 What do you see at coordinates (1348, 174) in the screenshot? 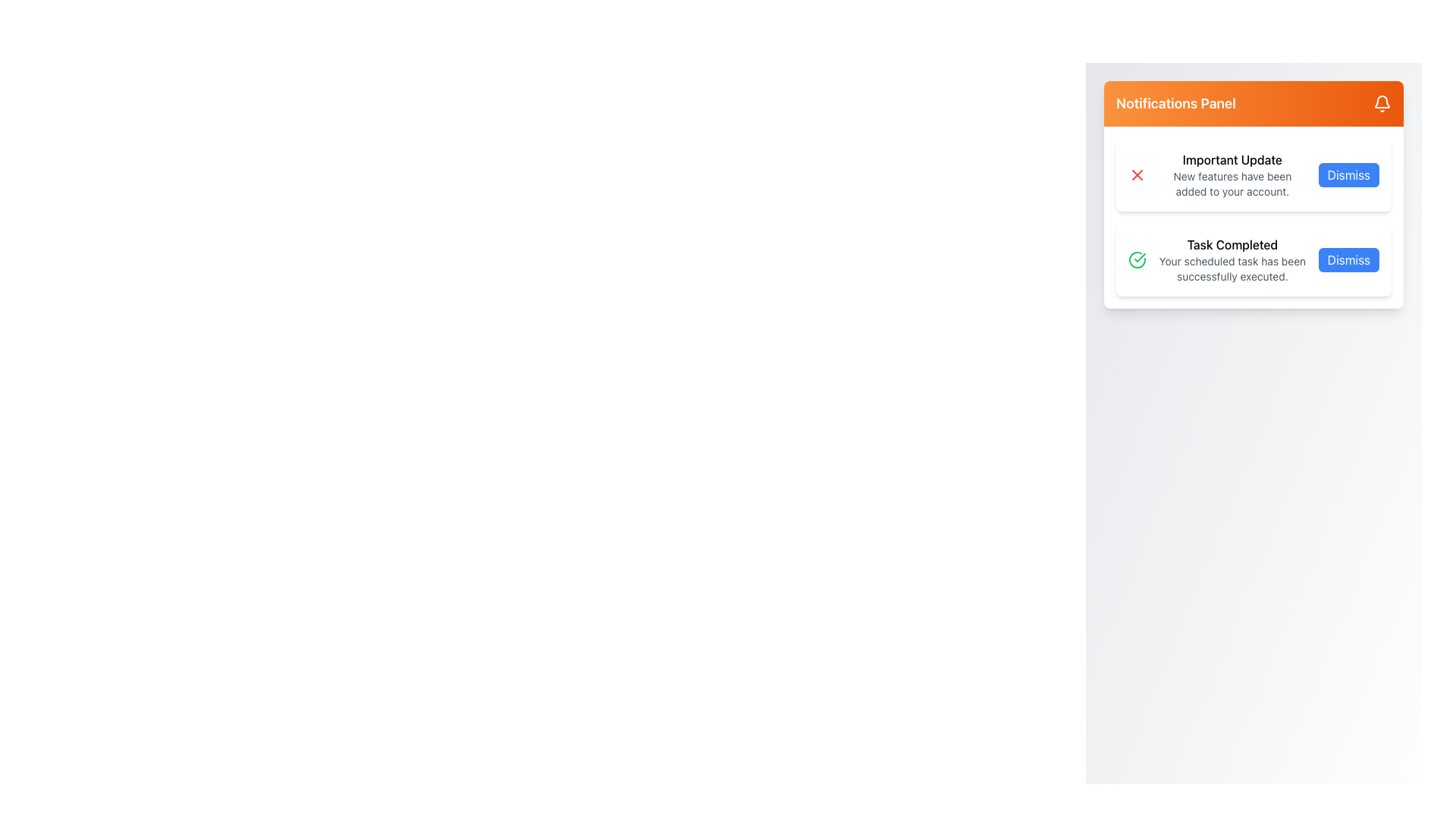
I see `the 'Dismiss' button with a blue background and white text in the Notifications Panel under the 'Important Update' notification` at bounding box center [1348, 174].